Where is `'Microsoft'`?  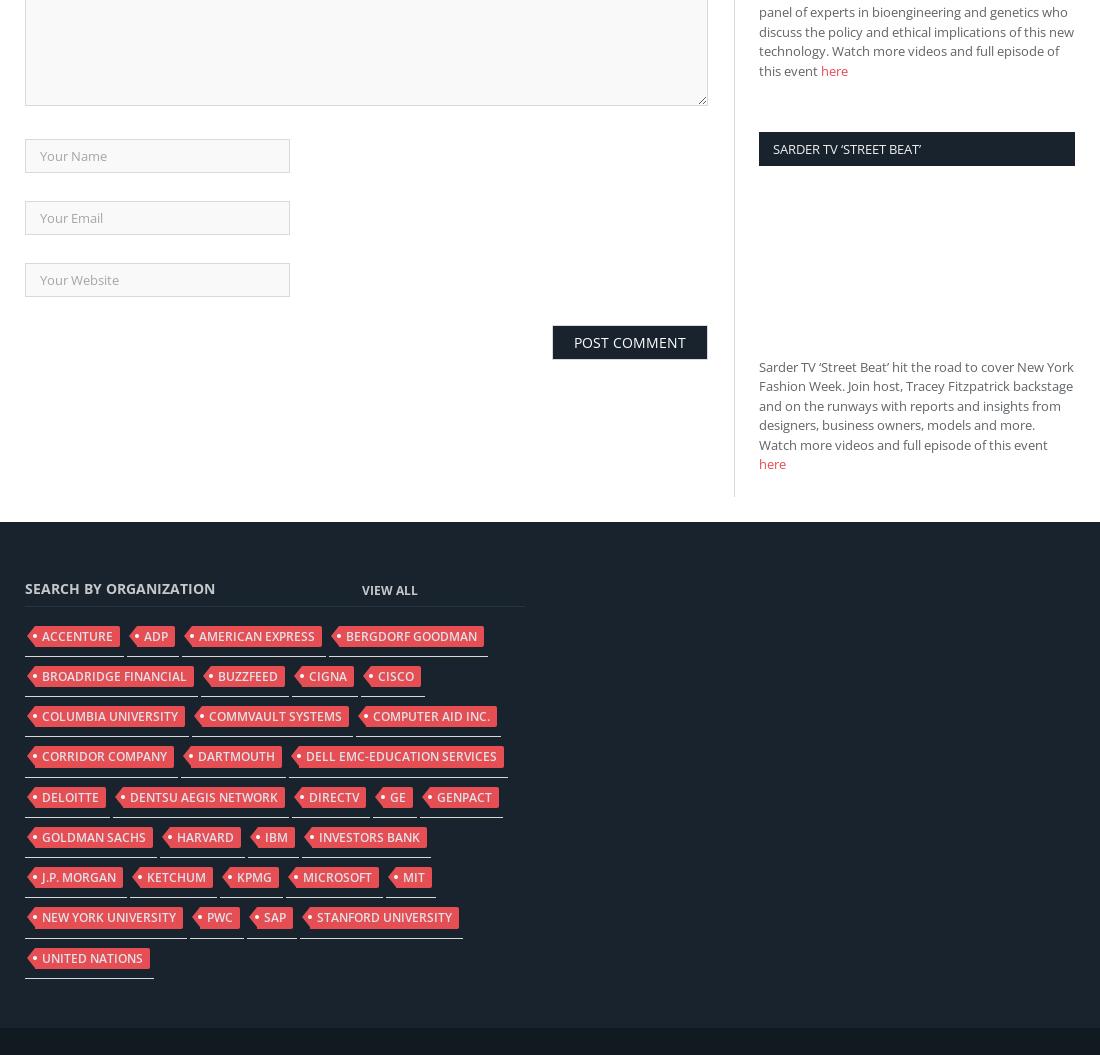
'Microsoft' is located at coordinates (336, 877).